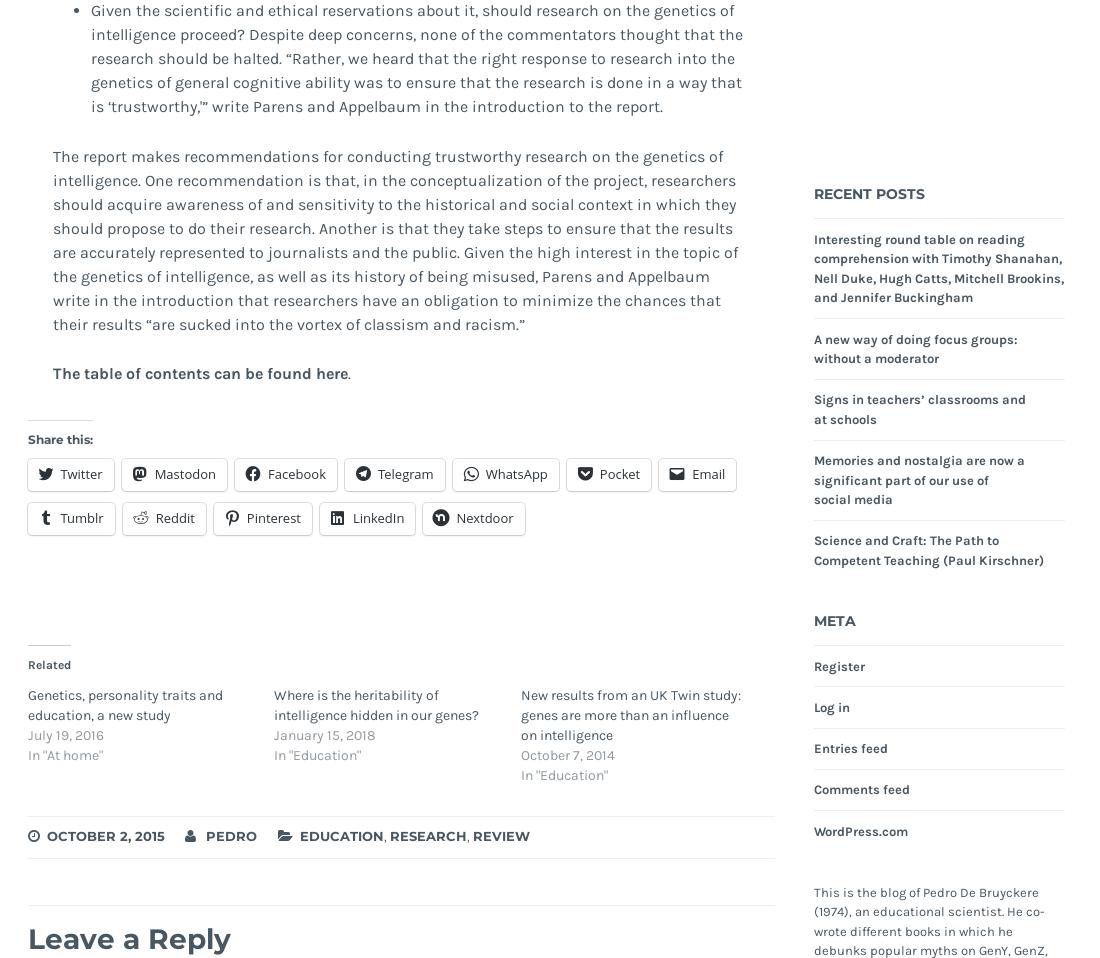  What do you see at coordinates (813, 408) in the screenshot?
I see `'Signs in teachers’ classrooms and at schools'` at bounding box center [813, 408].